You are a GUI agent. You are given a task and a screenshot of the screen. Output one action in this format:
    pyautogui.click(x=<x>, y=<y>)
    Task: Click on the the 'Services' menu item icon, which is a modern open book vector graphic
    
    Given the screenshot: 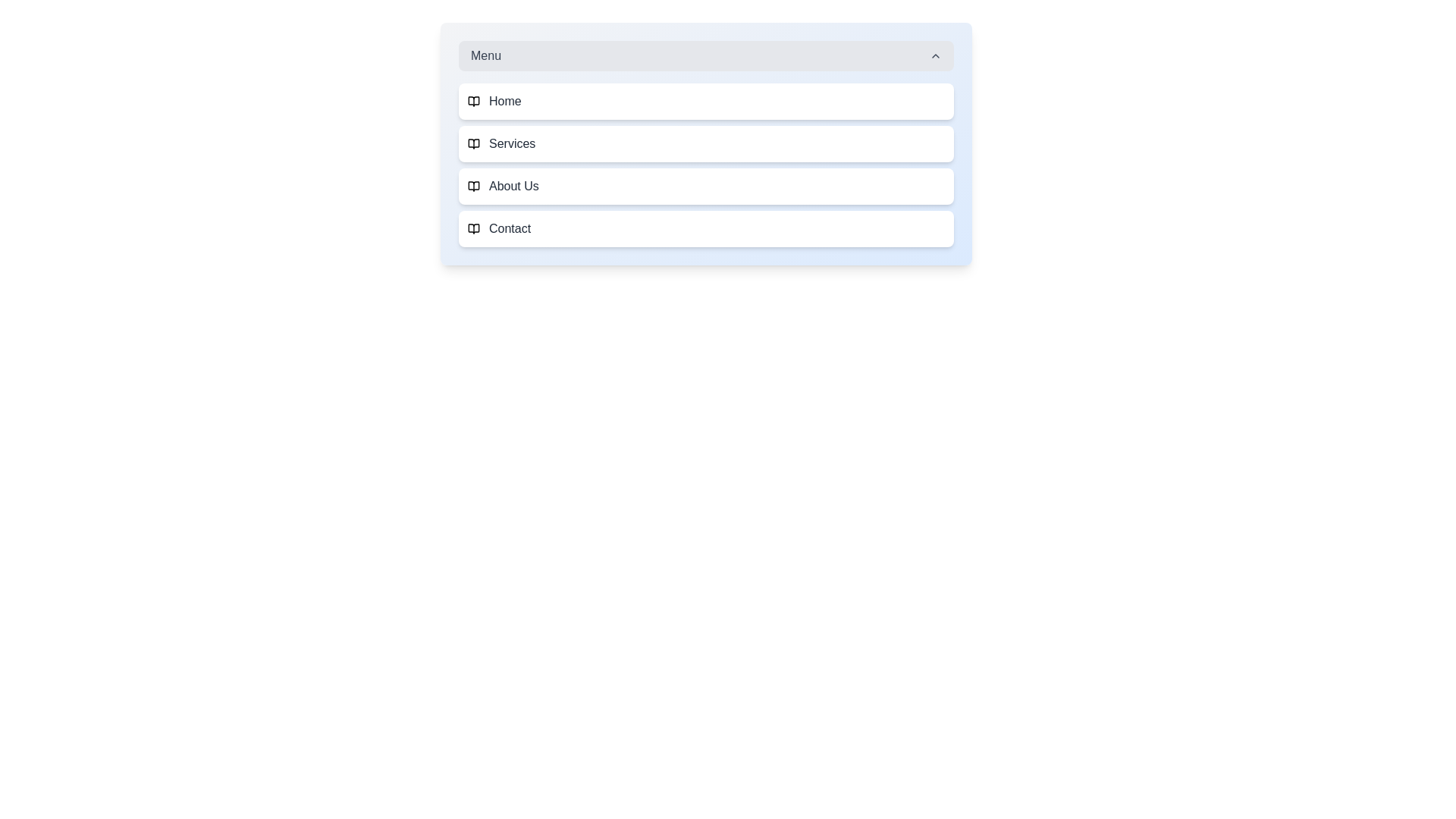 What is the action you would take?
    pyautogui.click(x=472, y=143)
    